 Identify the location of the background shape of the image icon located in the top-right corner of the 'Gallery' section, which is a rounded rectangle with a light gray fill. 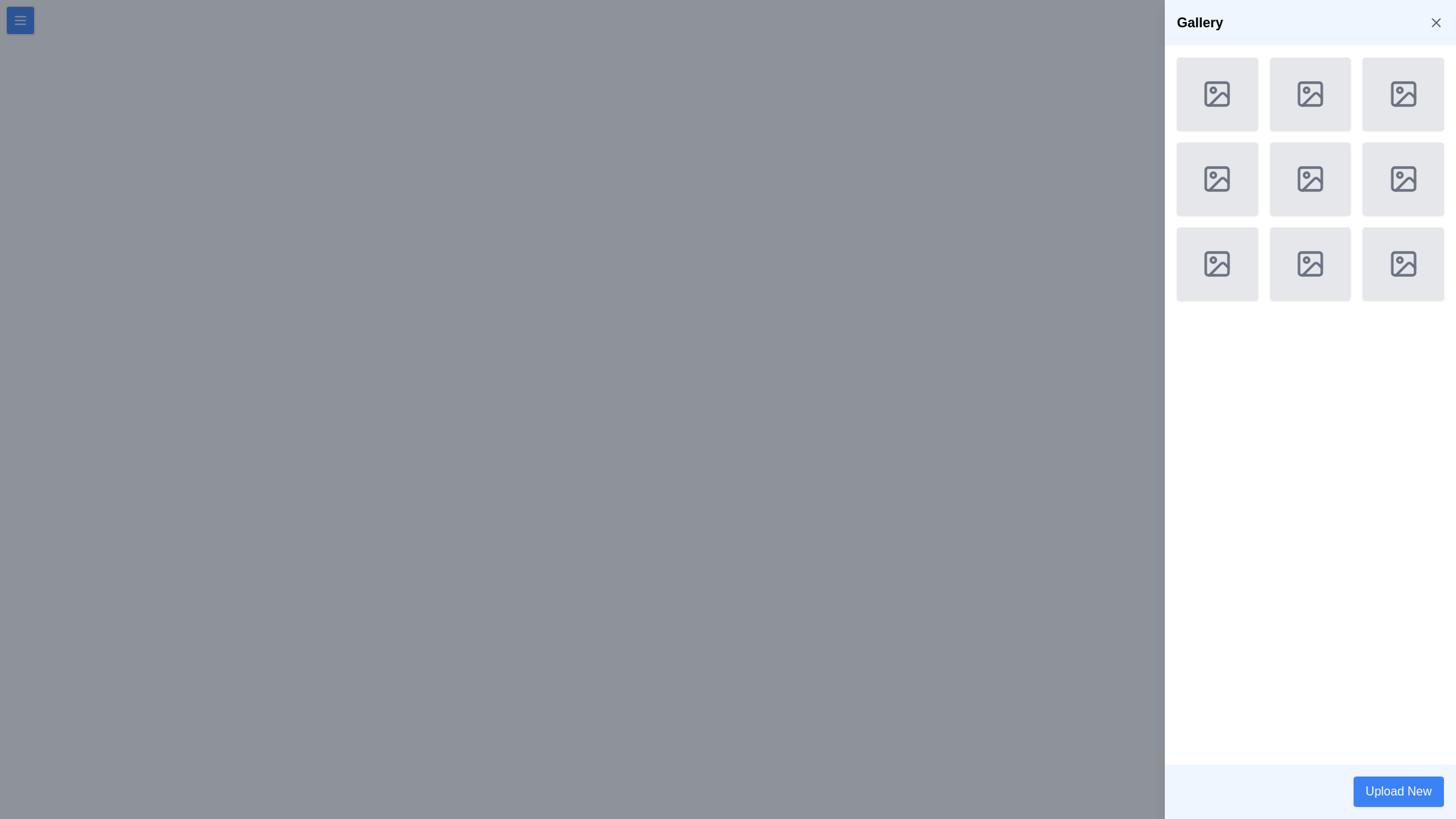
(1402, 93).